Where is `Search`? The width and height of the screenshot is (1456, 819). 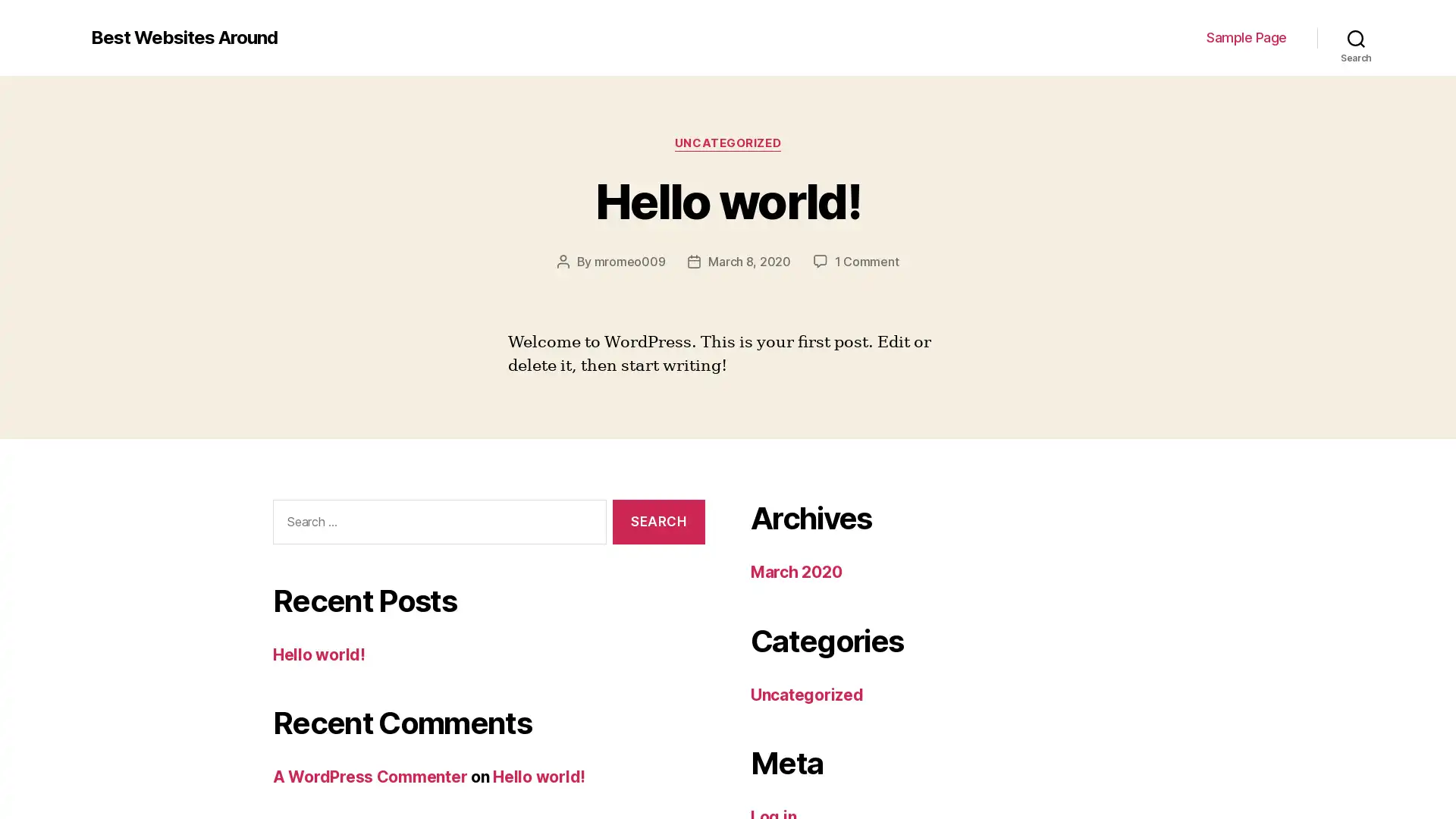
Search is located at coordinates (1356, 37).